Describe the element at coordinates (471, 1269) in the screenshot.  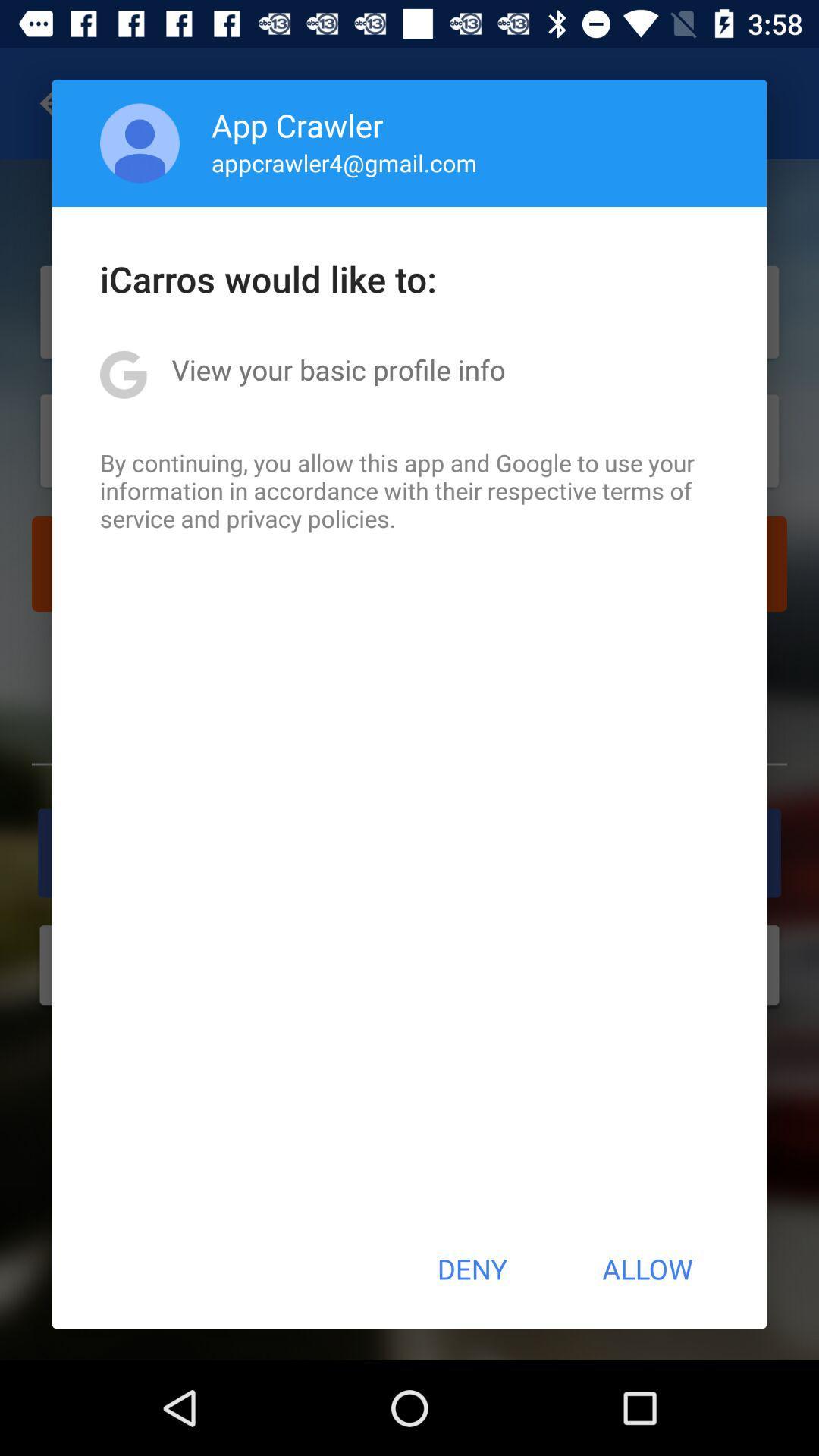
I see `the item to the left of the allow` at that location.